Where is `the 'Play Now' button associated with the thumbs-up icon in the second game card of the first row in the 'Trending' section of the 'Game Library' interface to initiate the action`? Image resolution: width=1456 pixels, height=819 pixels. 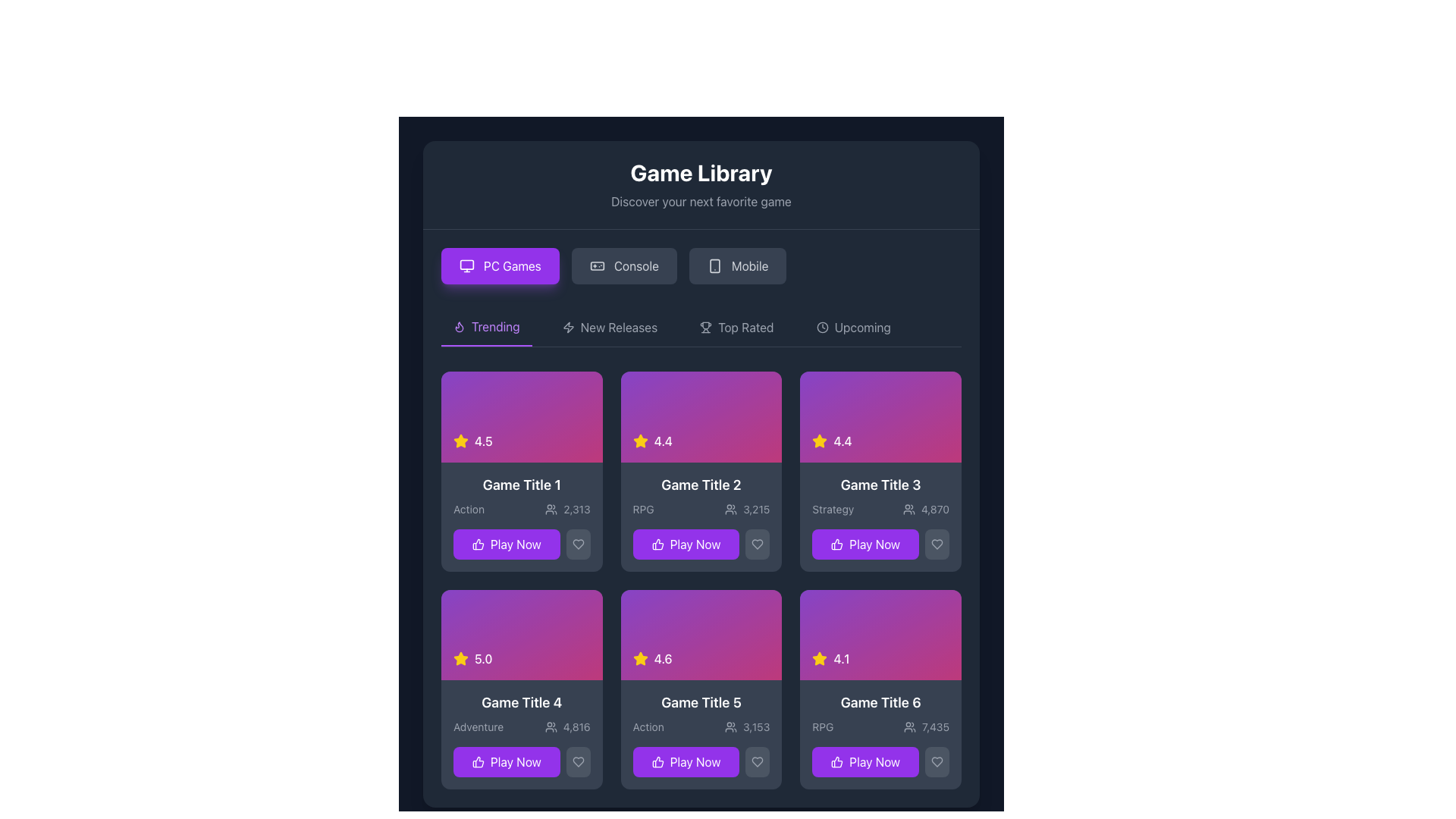
the 'Play Now' button associated with the thumbs-up icon in the second game card of the first row in the 'Trending' section of the 'Game Library' interface to initiate the action is located at coordinates (657, 543).